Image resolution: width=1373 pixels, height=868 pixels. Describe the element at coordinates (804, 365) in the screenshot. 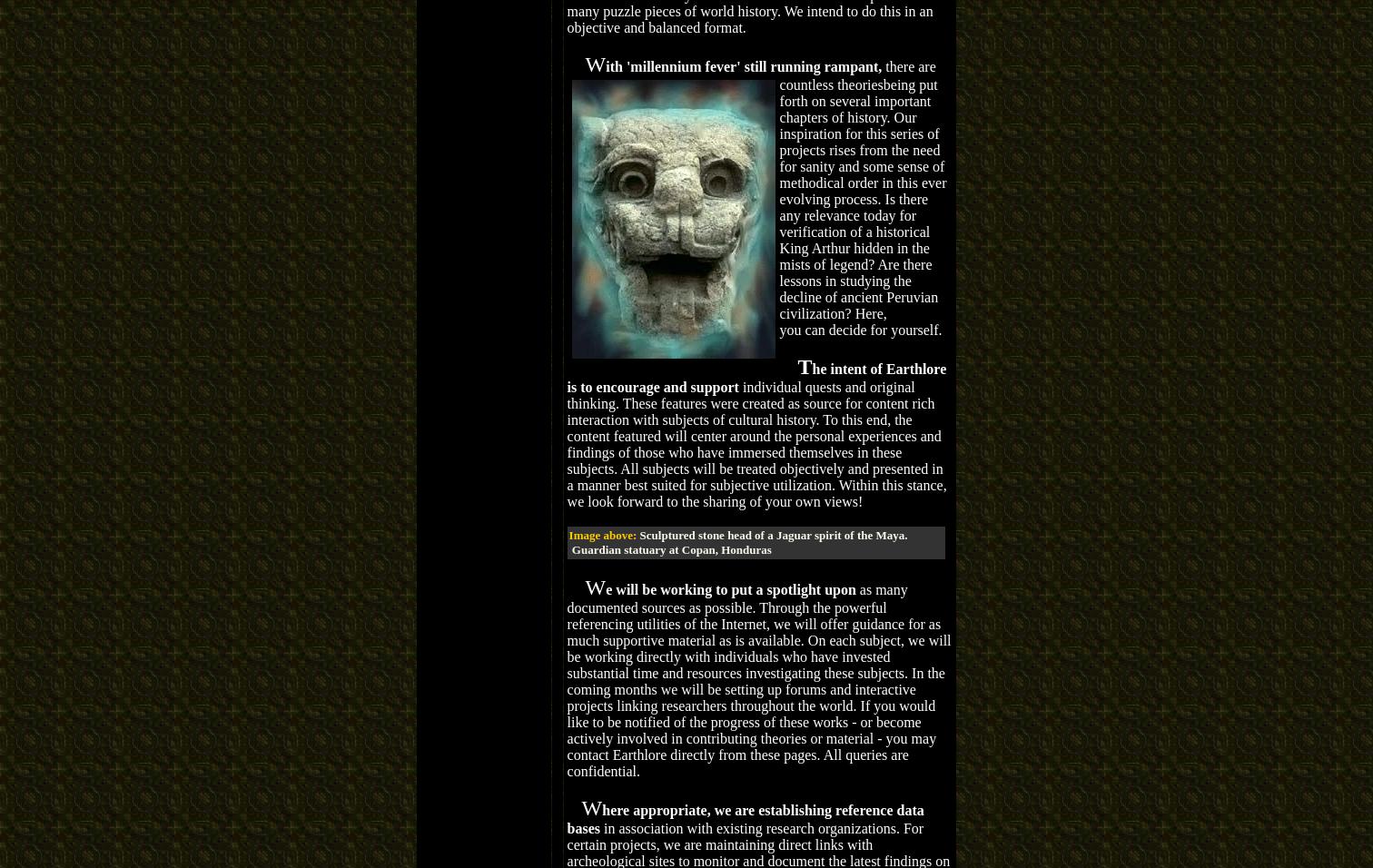

I see `'T'` at that location.